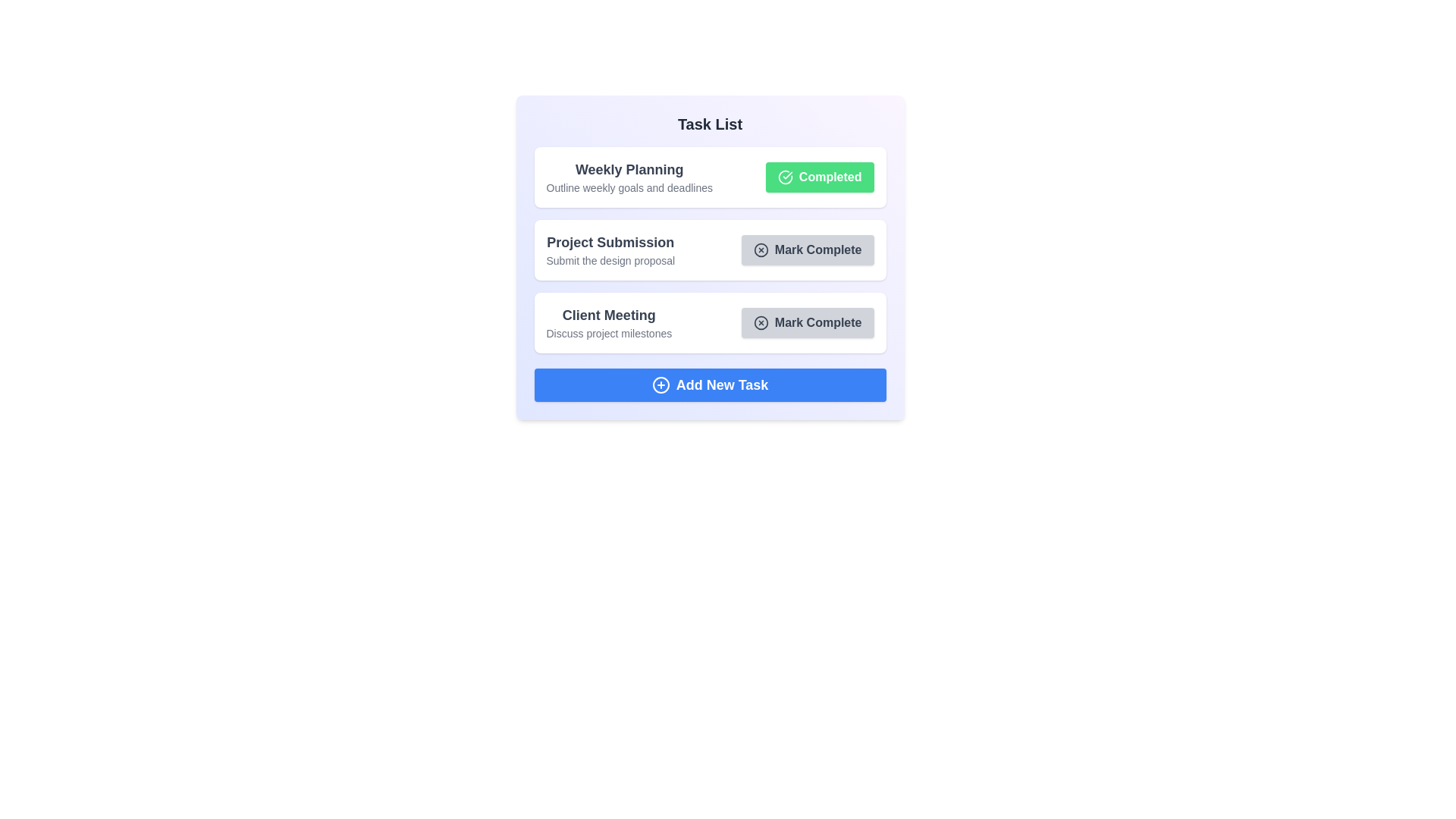 The width and height of the screenshot is (1456, 819). What do you see at coordinates (818, 177) in the screenshot?
I see `the 'Completed' button of the first task to toggle its completion status` at bounding box center [818, 177].